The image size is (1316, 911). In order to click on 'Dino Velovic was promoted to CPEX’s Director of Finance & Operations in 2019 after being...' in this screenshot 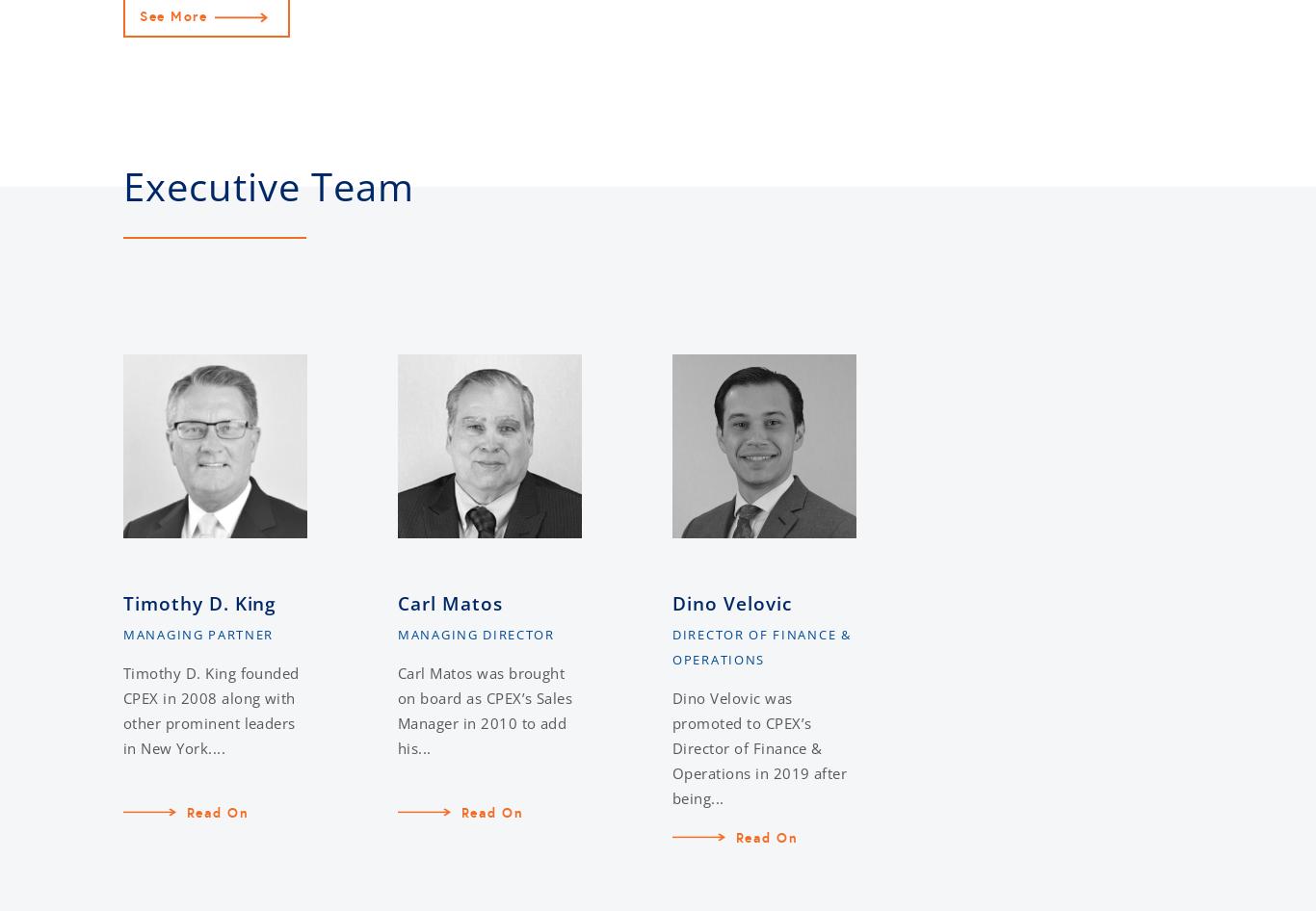, I will do `click(672, 747)`.